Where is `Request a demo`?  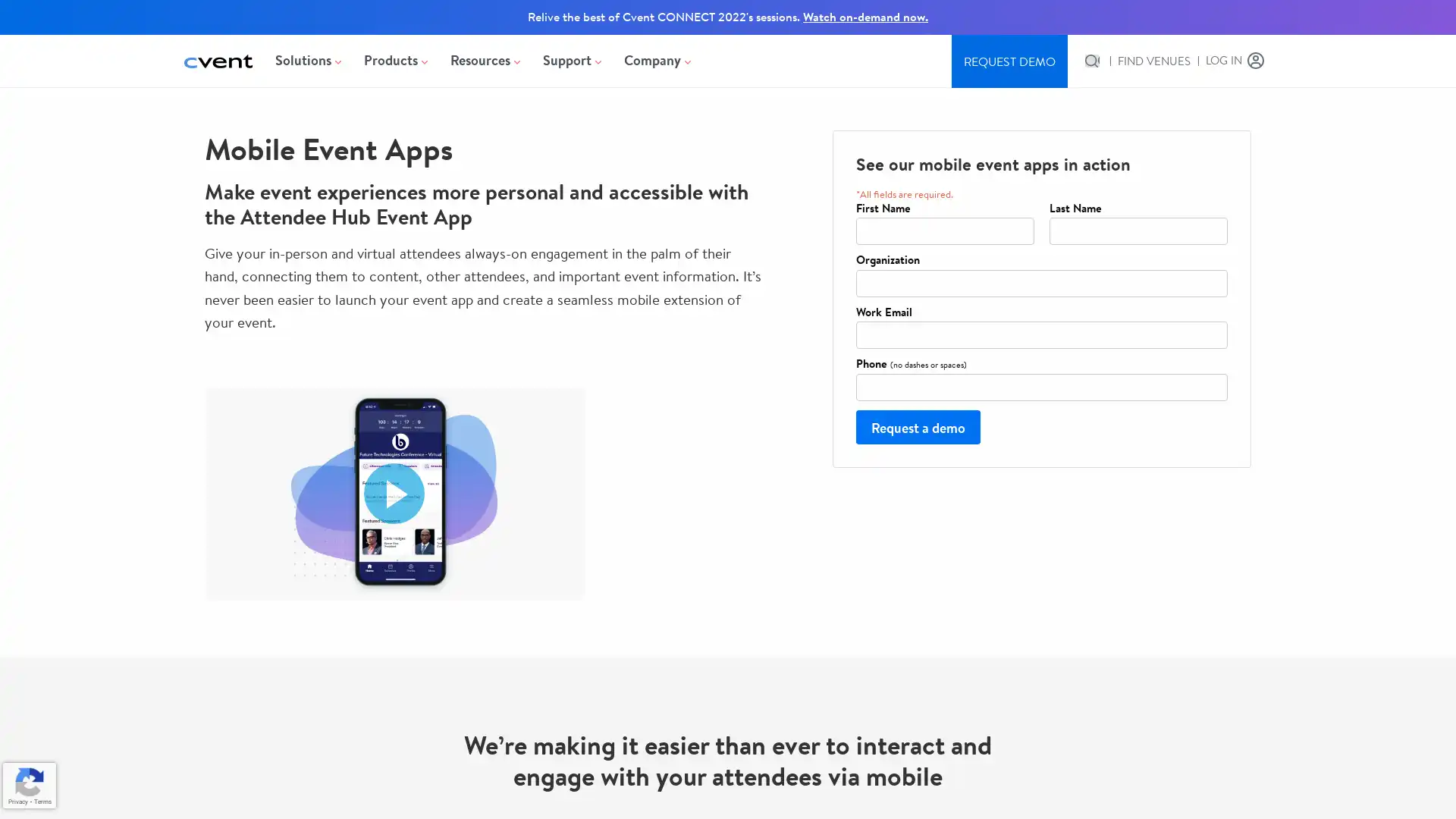 Request a demo is located at coordinates (917, 427).